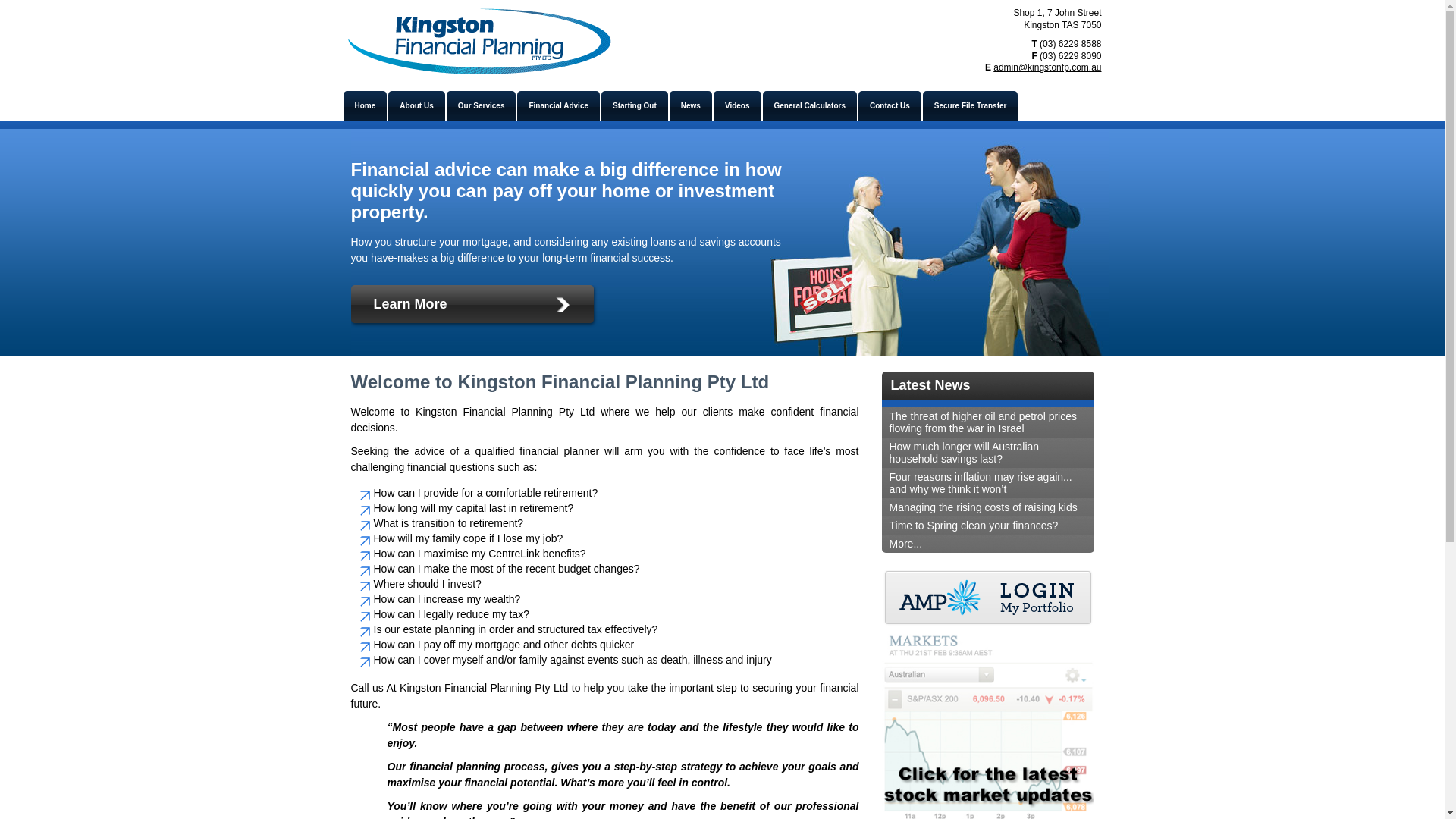 This screenshot has height=819, width=1456. What do you see at coordinates (987, 525) in the screenshot?
I see `'Time to Spring clean your finances?'` at bounding box center [987, 525].